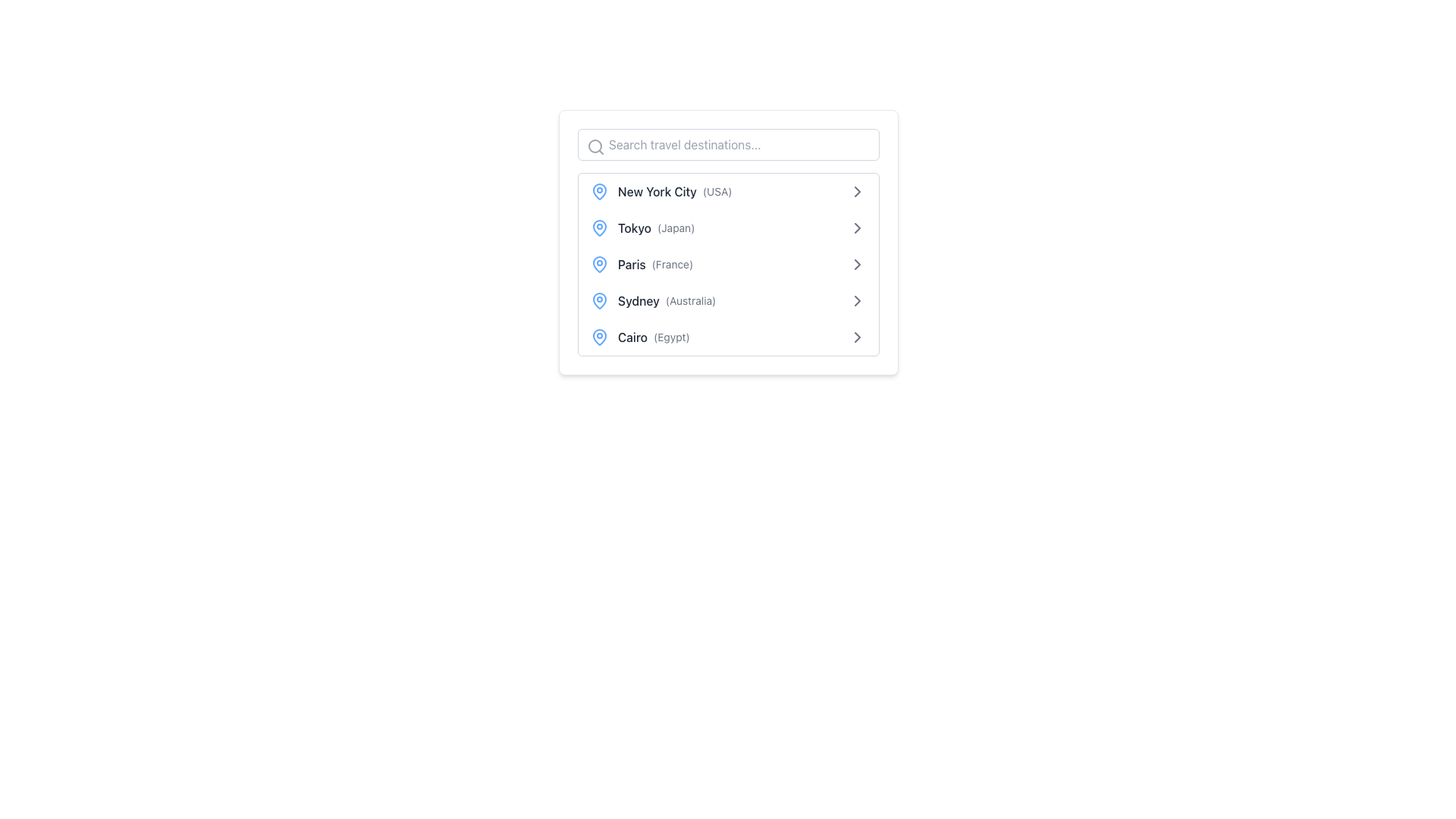 The width and height of the screenshot is (1456, 819). I want to click on the text label displaying 'Cairo' in bold gray font, which is part of a list of destinations and positioned next to '(Egypt)', so click(632, 336).